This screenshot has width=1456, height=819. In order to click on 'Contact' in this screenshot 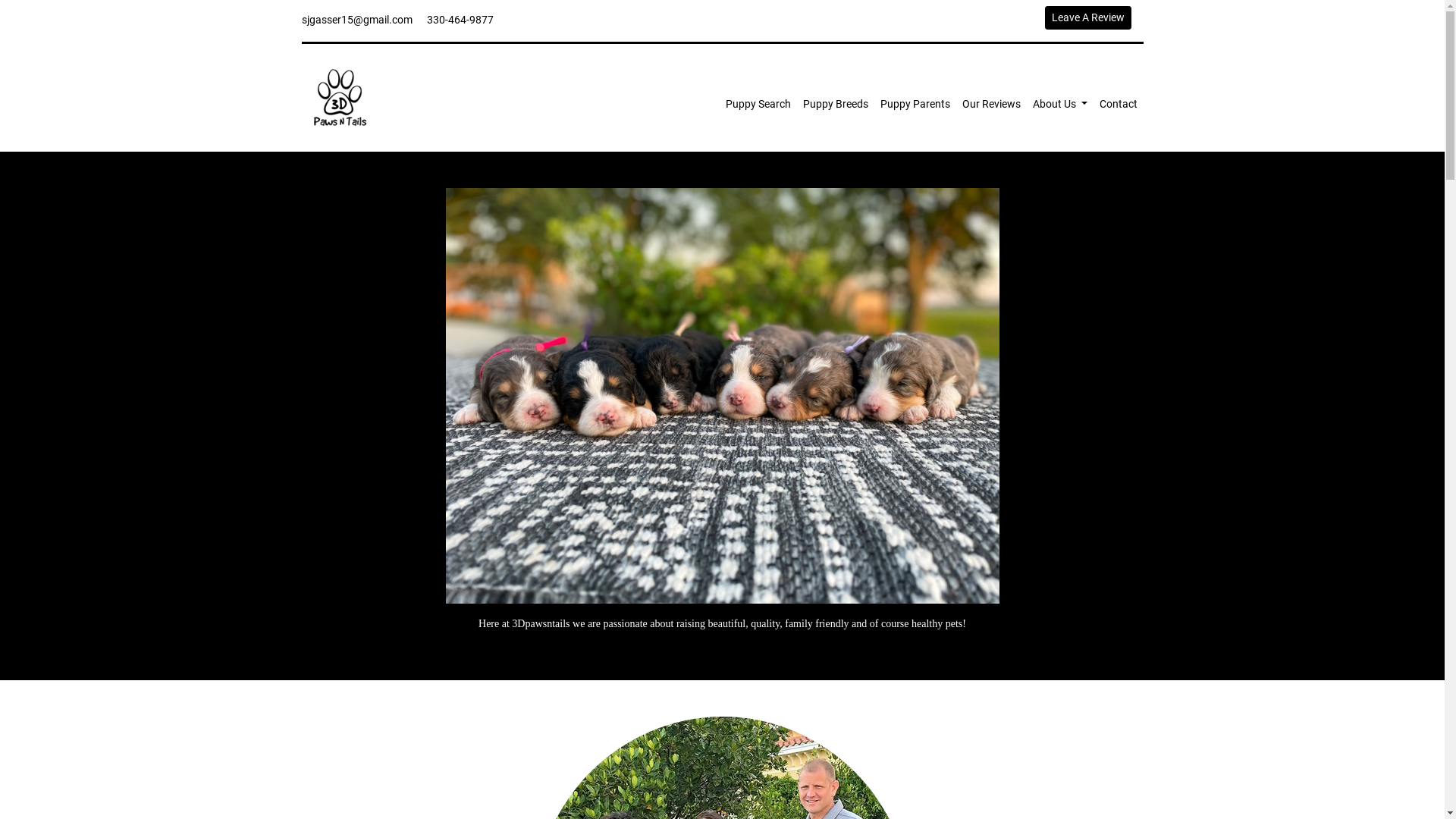, I will do `click(1093, 102)`.